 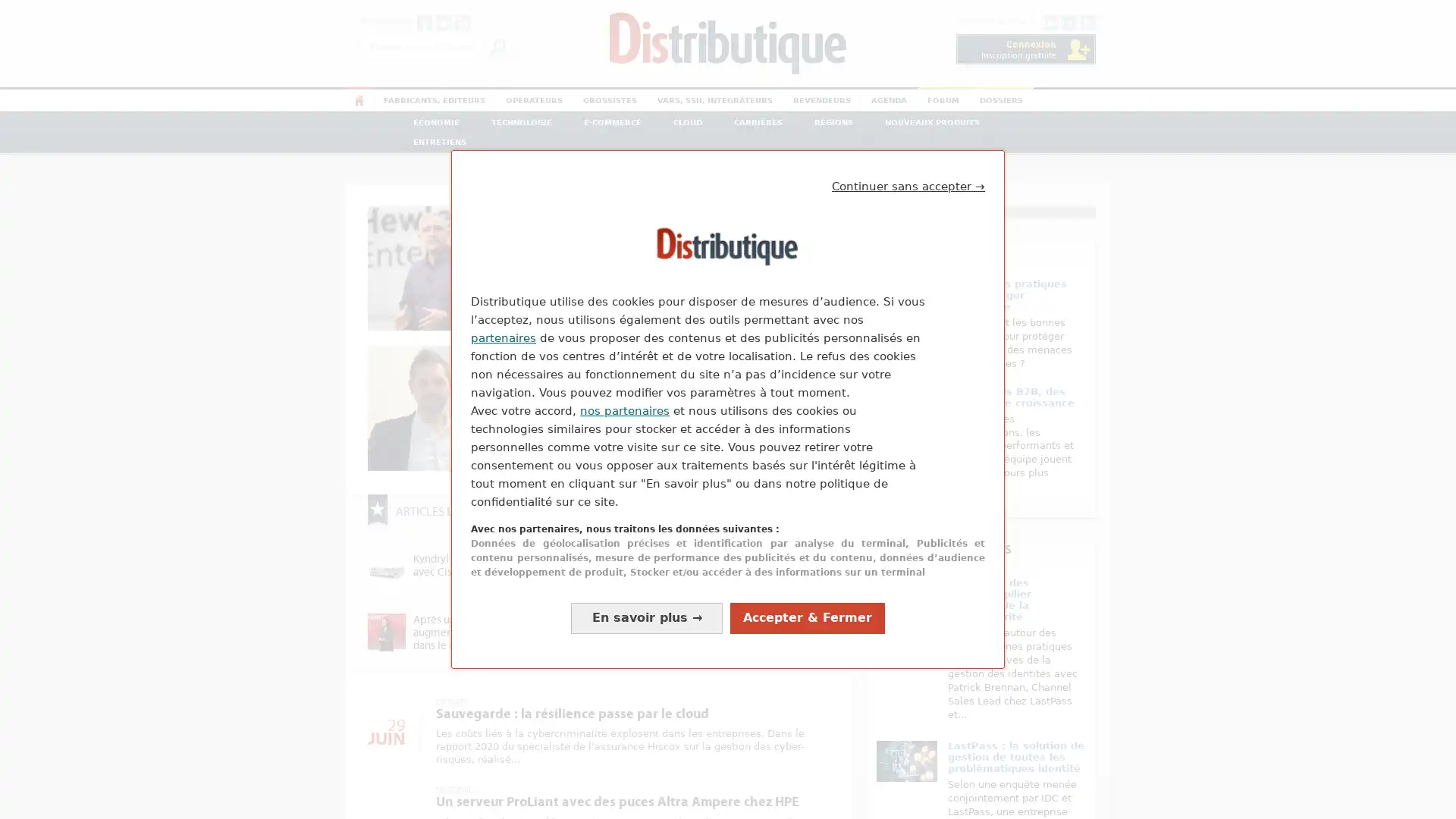 What do you see at coordinates (497, 45) in the screenshot?
I see `Ok` at bounding box center [497, 45].